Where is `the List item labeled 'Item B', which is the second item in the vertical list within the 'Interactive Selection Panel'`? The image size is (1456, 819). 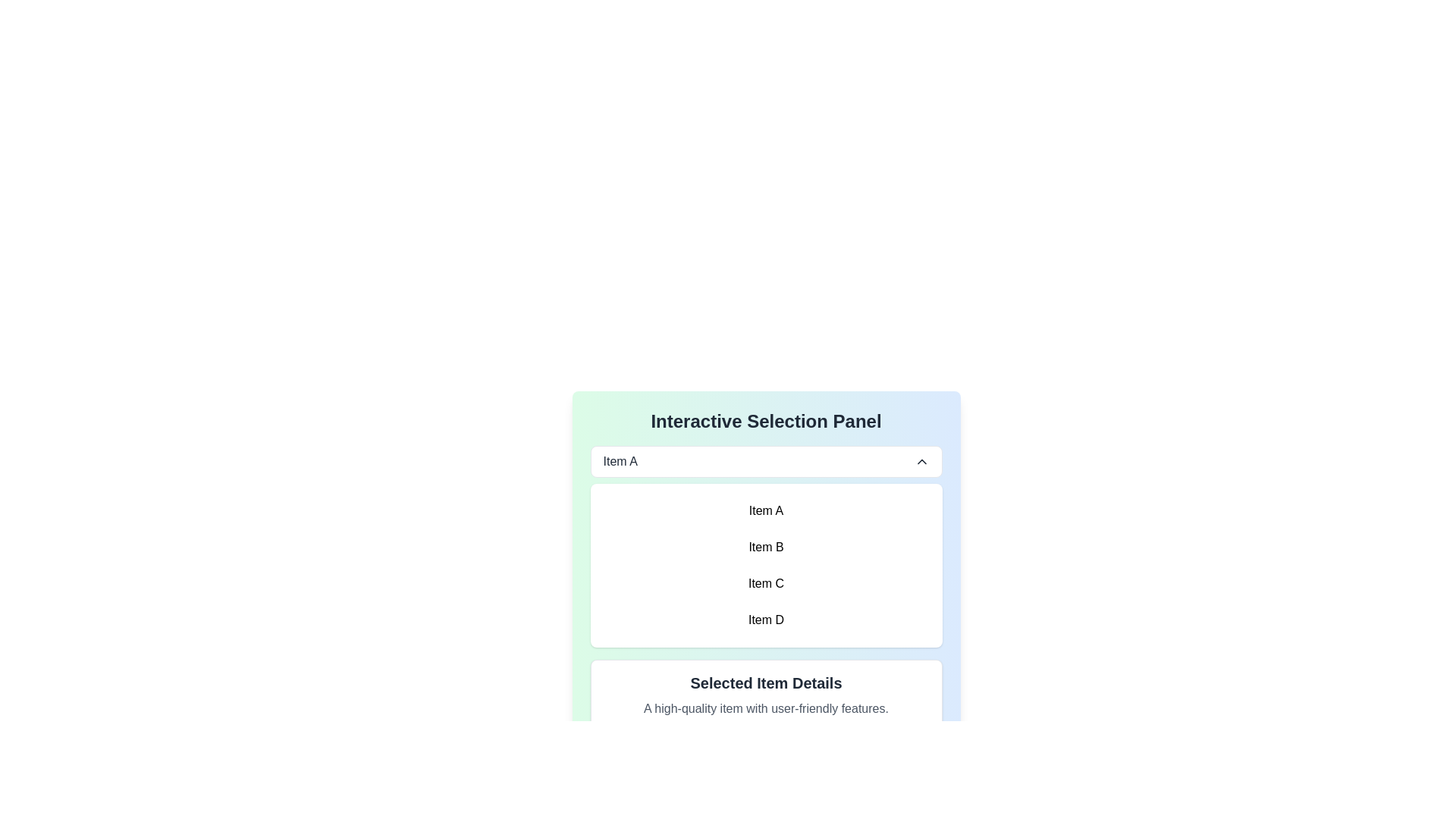
the List item labeled 'Item B', which is the second item in the vertical list within the 'Interactive Selection Panel' is located at coordinates (766, 547).